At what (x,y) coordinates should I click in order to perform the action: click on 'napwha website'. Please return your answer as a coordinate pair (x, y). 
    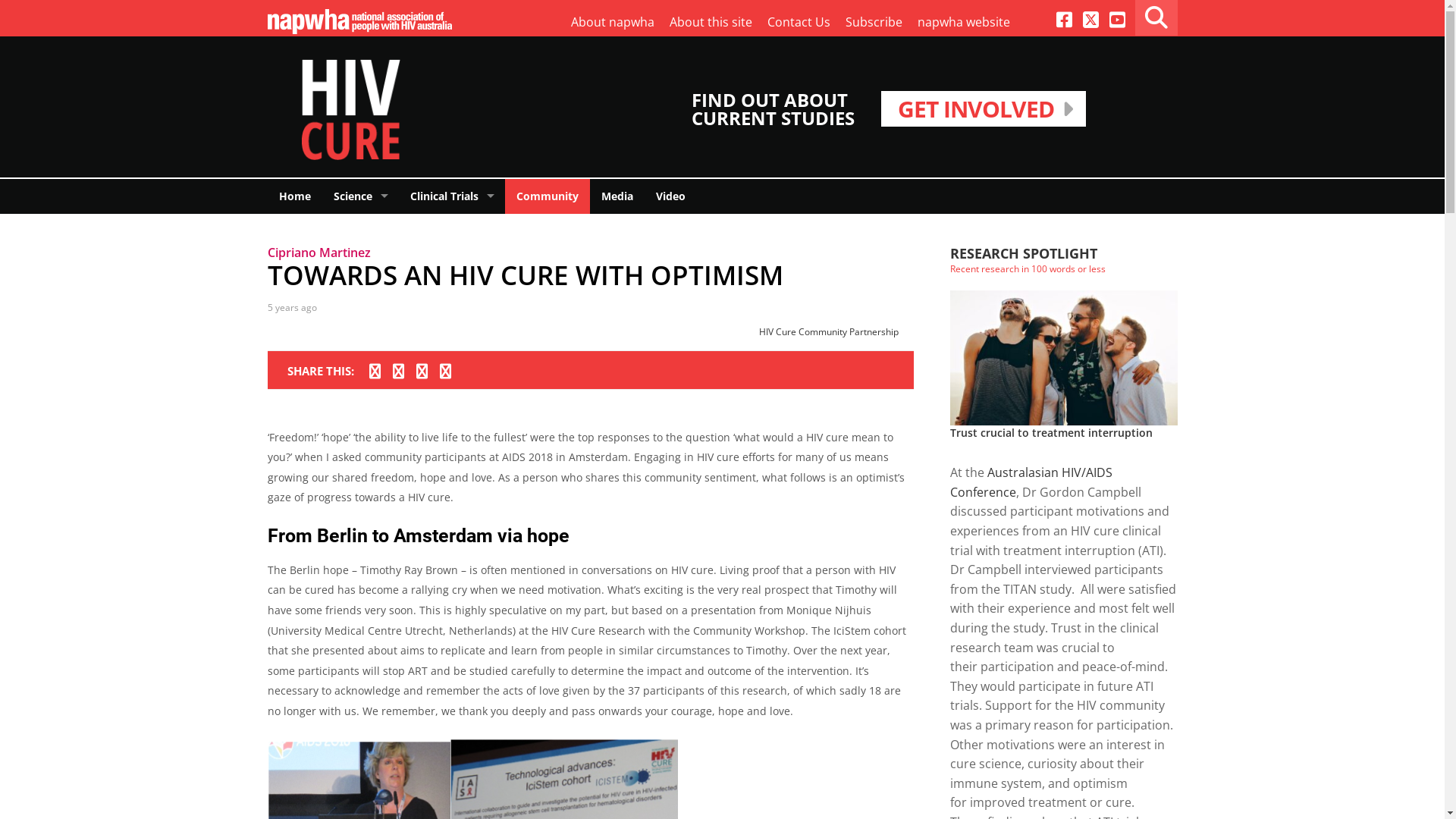
    Looking at the image, I should click on (963, 23).